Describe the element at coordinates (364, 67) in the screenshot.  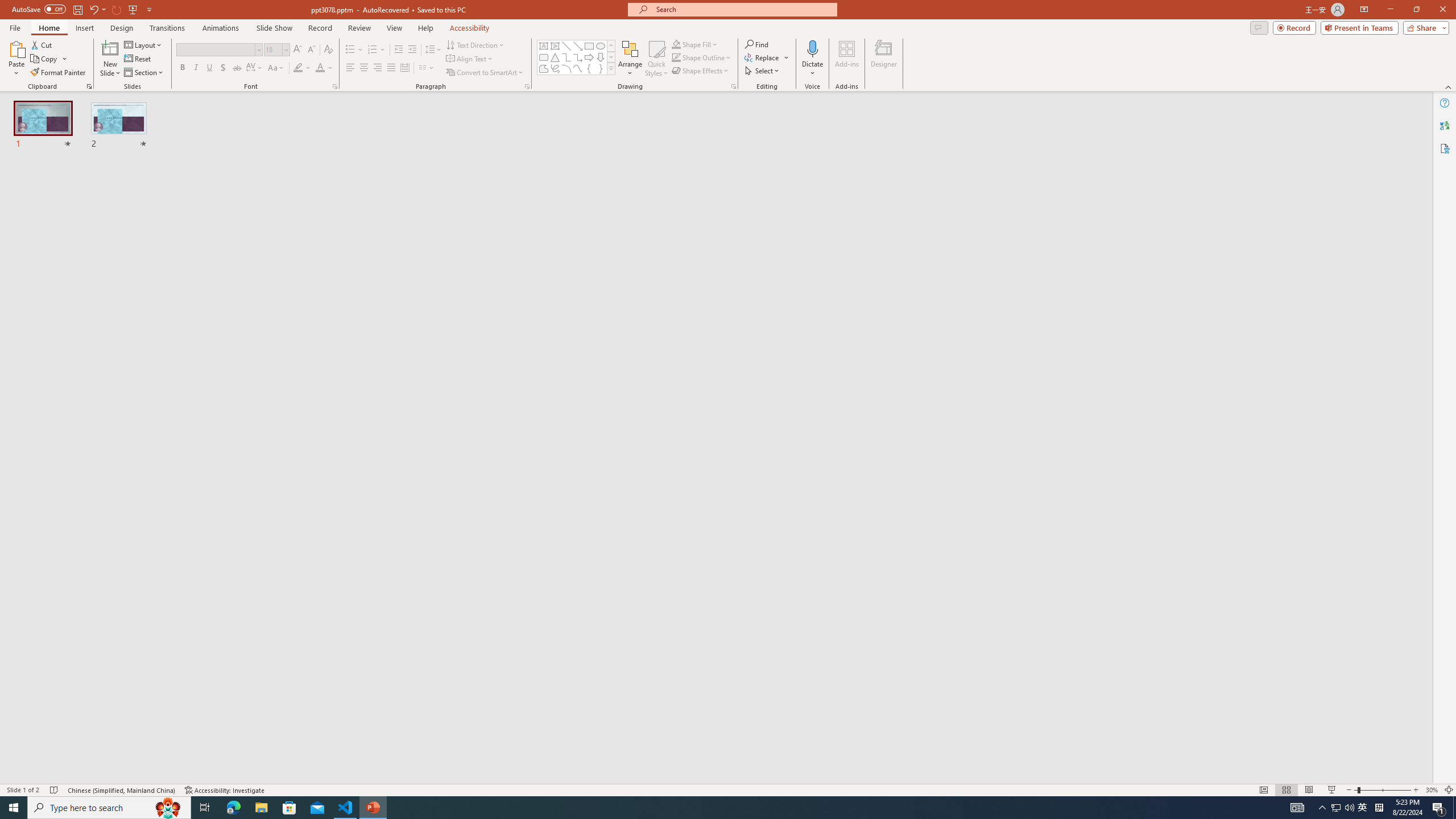
I see `'Center'` at that location.